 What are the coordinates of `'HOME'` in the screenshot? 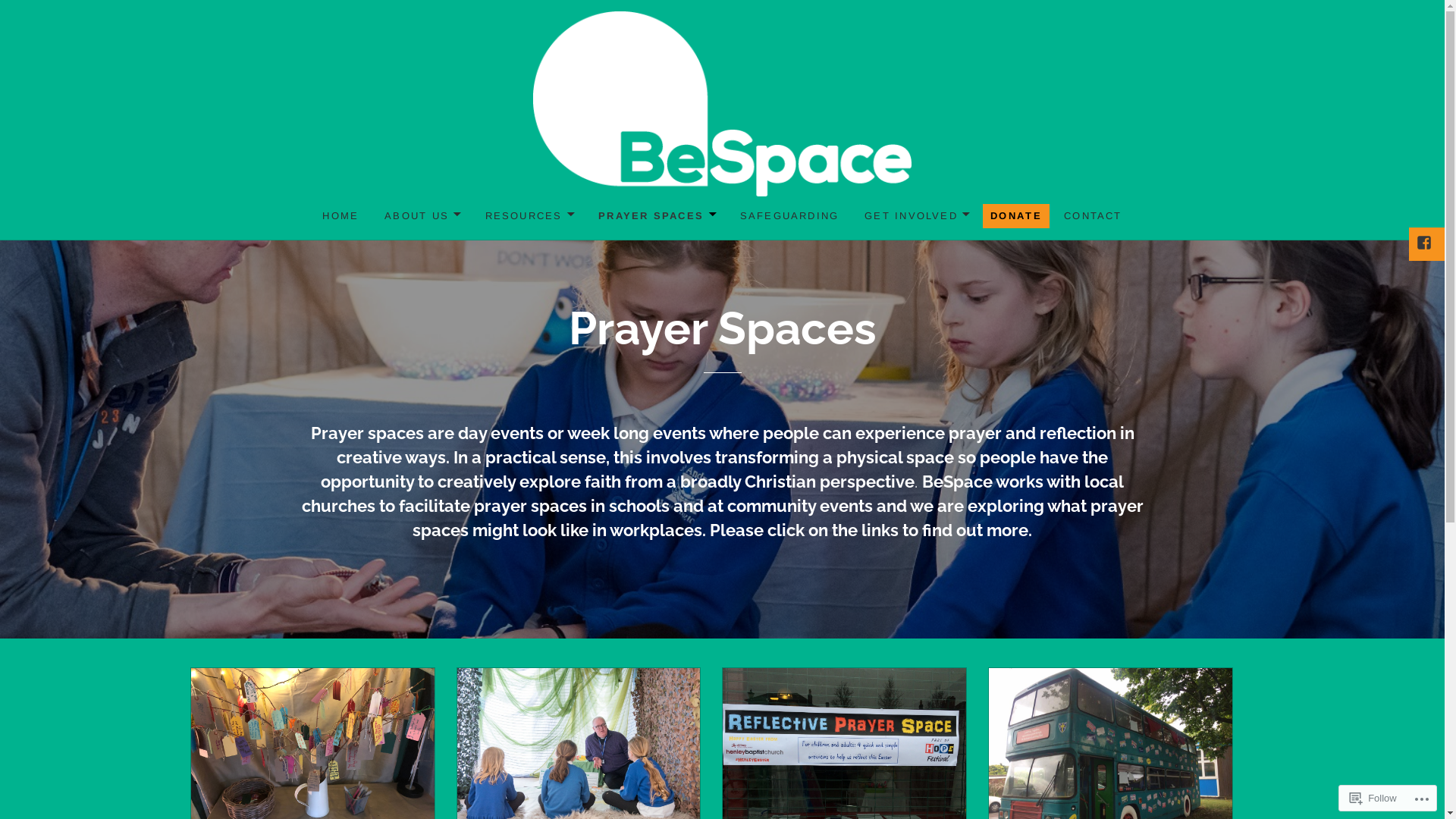 It's located at (309, 216).